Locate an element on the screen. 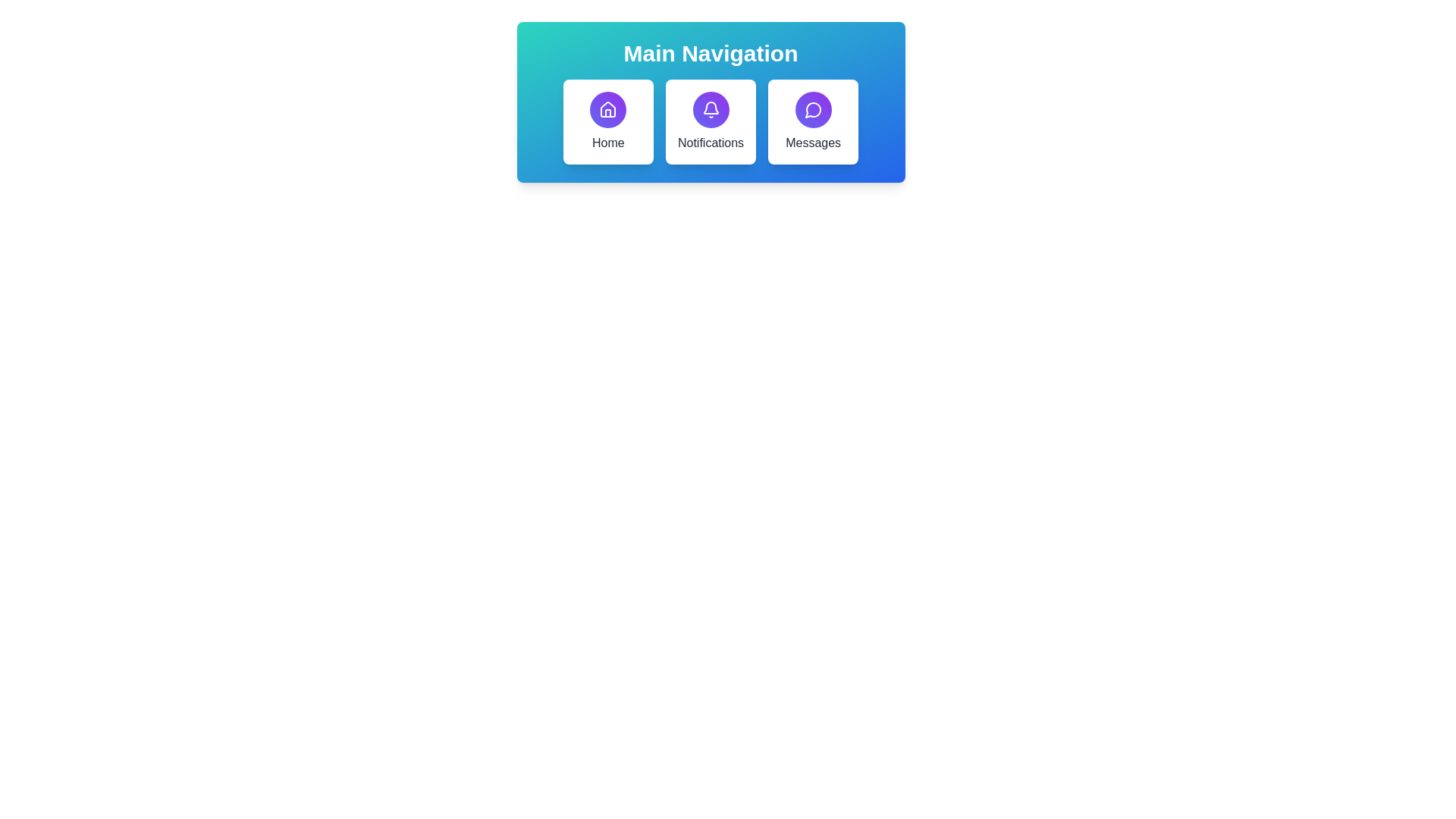 This screenshot has height=819, width=1456. the 'Home' icon, a non-interactive decorative element located at the top of the 'Home' card, positioned between the text label and the outer border is located at coordinates (608, 109).